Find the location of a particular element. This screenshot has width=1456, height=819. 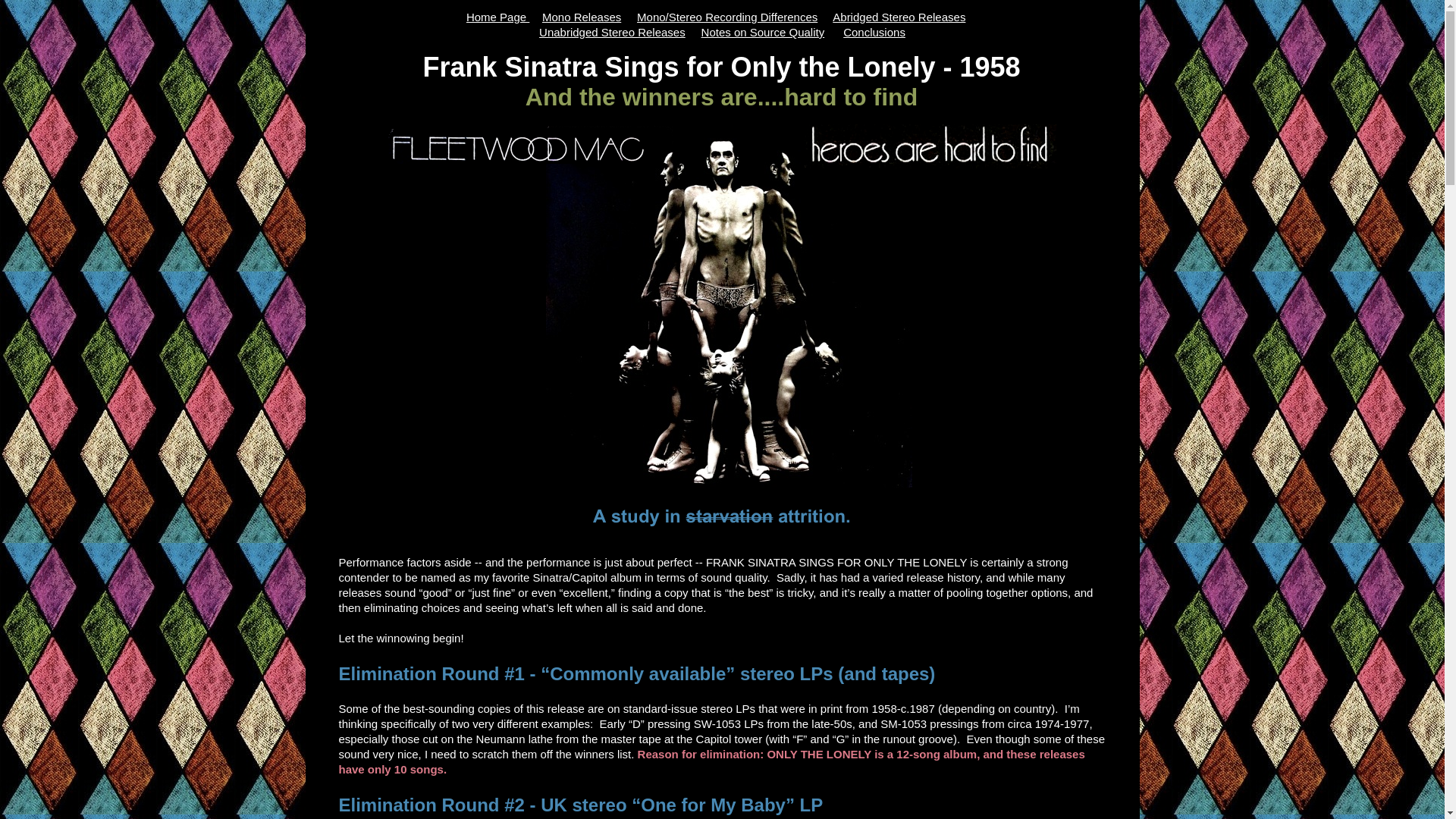

'Notes on Source Quality' is located at coordinates (763, 32).